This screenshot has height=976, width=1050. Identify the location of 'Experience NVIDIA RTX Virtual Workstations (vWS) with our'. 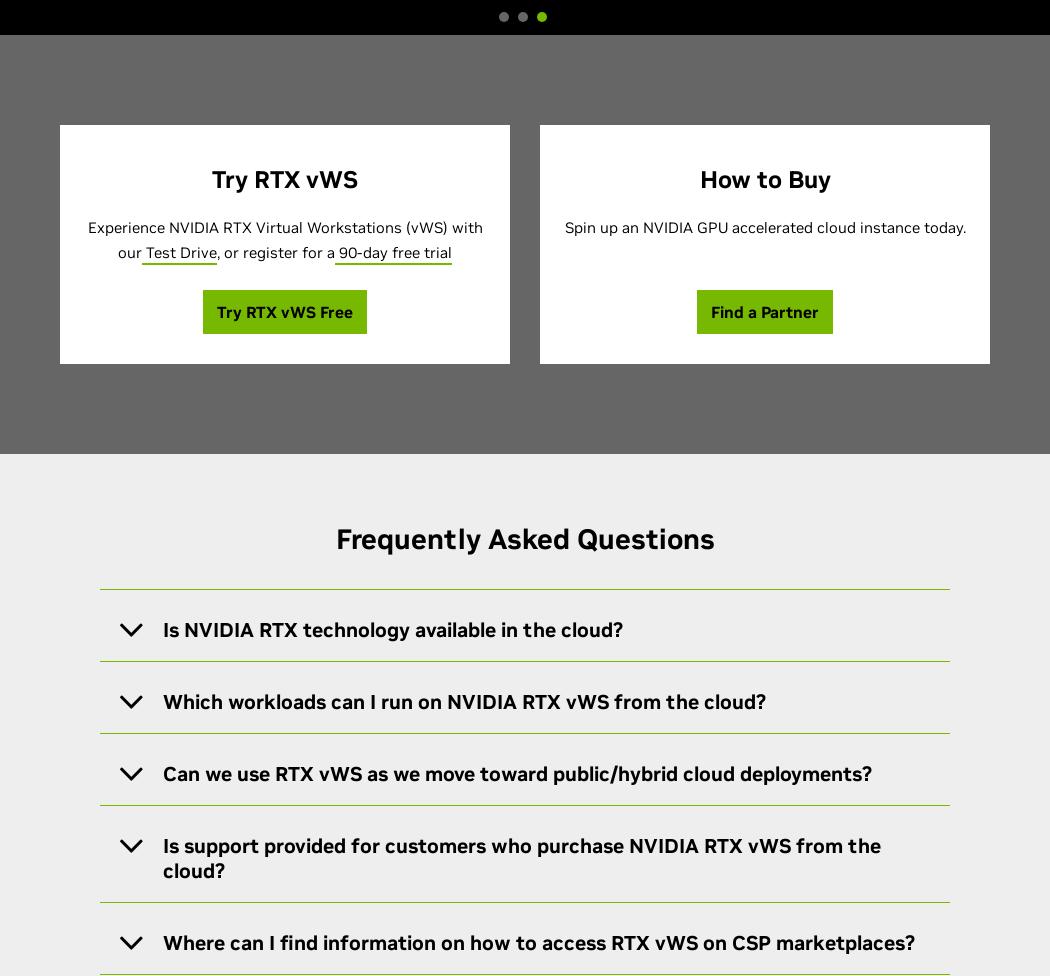
(87, 238).